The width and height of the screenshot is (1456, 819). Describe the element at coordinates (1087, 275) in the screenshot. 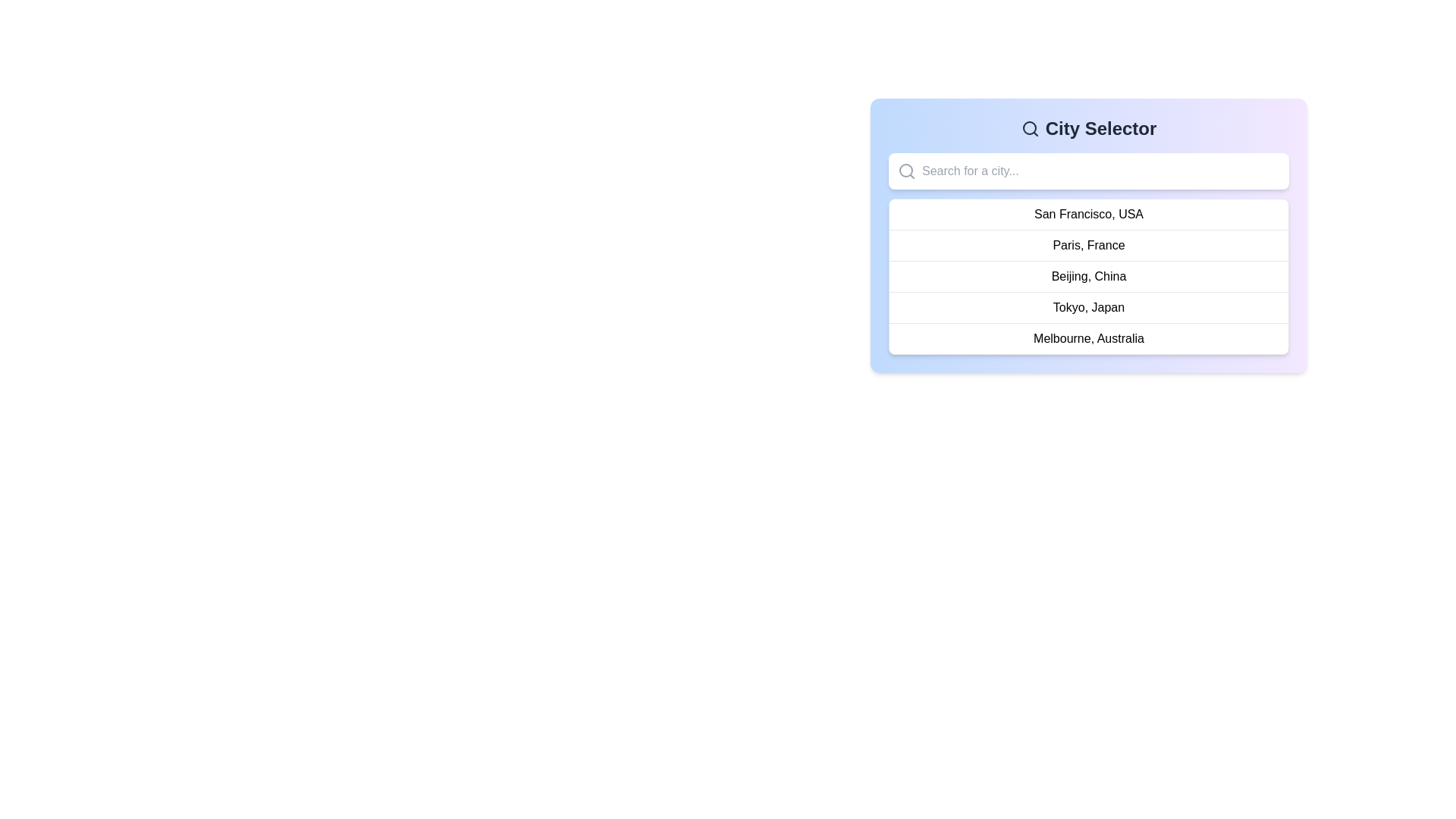

I see `the third list item in the dropdown menu` at that location.